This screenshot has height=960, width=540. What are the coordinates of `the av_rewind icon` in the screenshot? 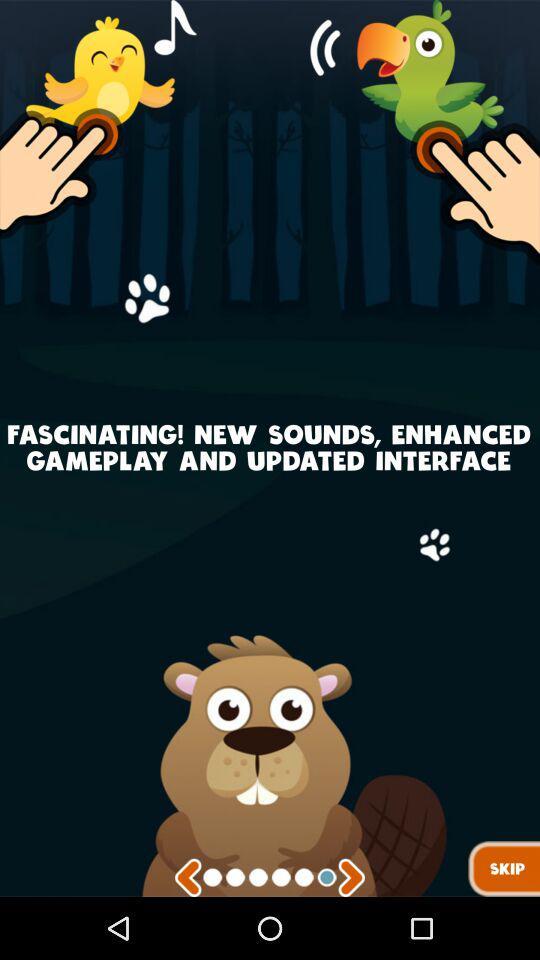 It's located at (188, 939).